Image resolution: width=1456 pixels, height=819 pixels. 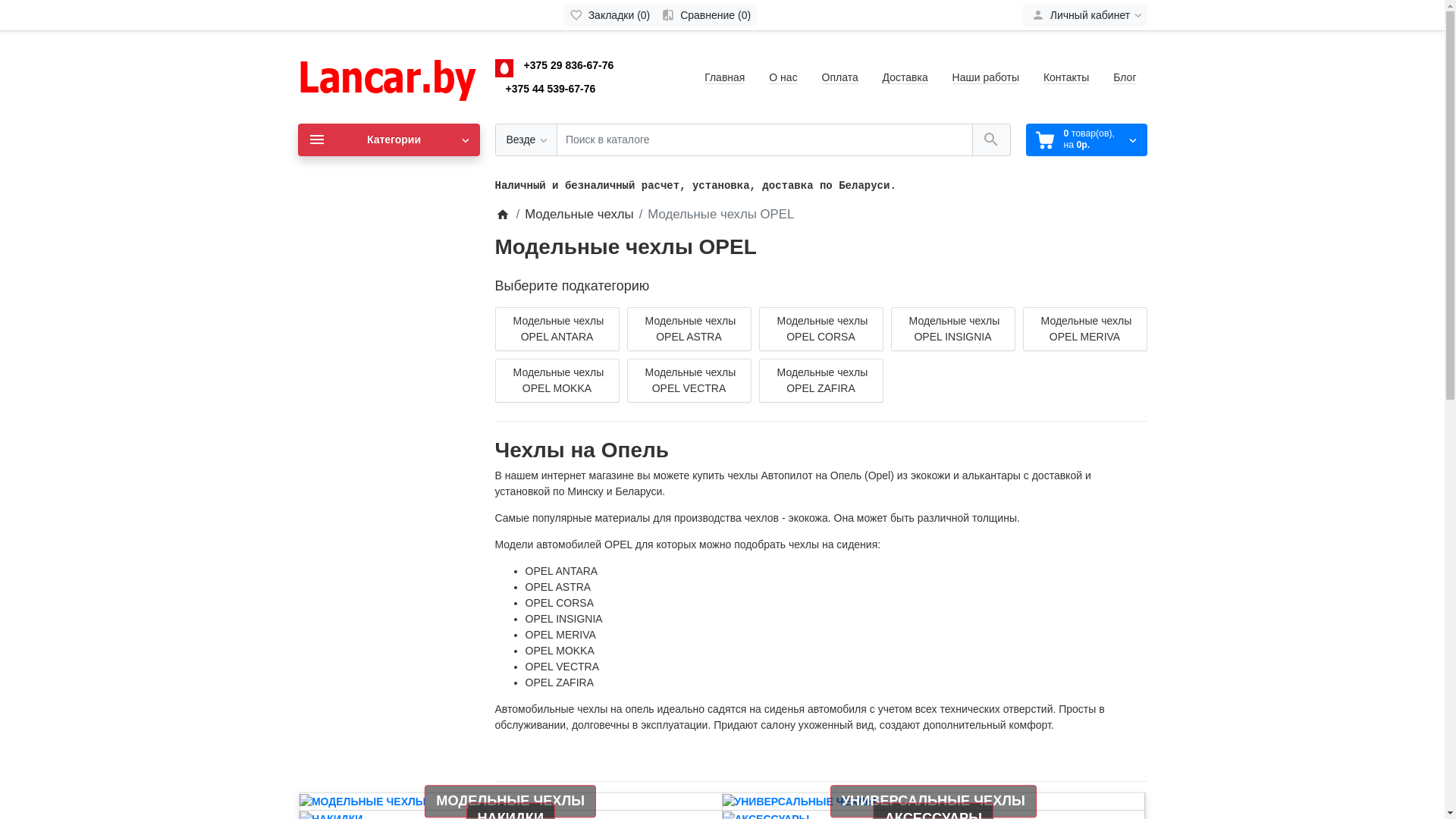 I want to click on '+375 29 836-67-76', so click(x=567, y=64).